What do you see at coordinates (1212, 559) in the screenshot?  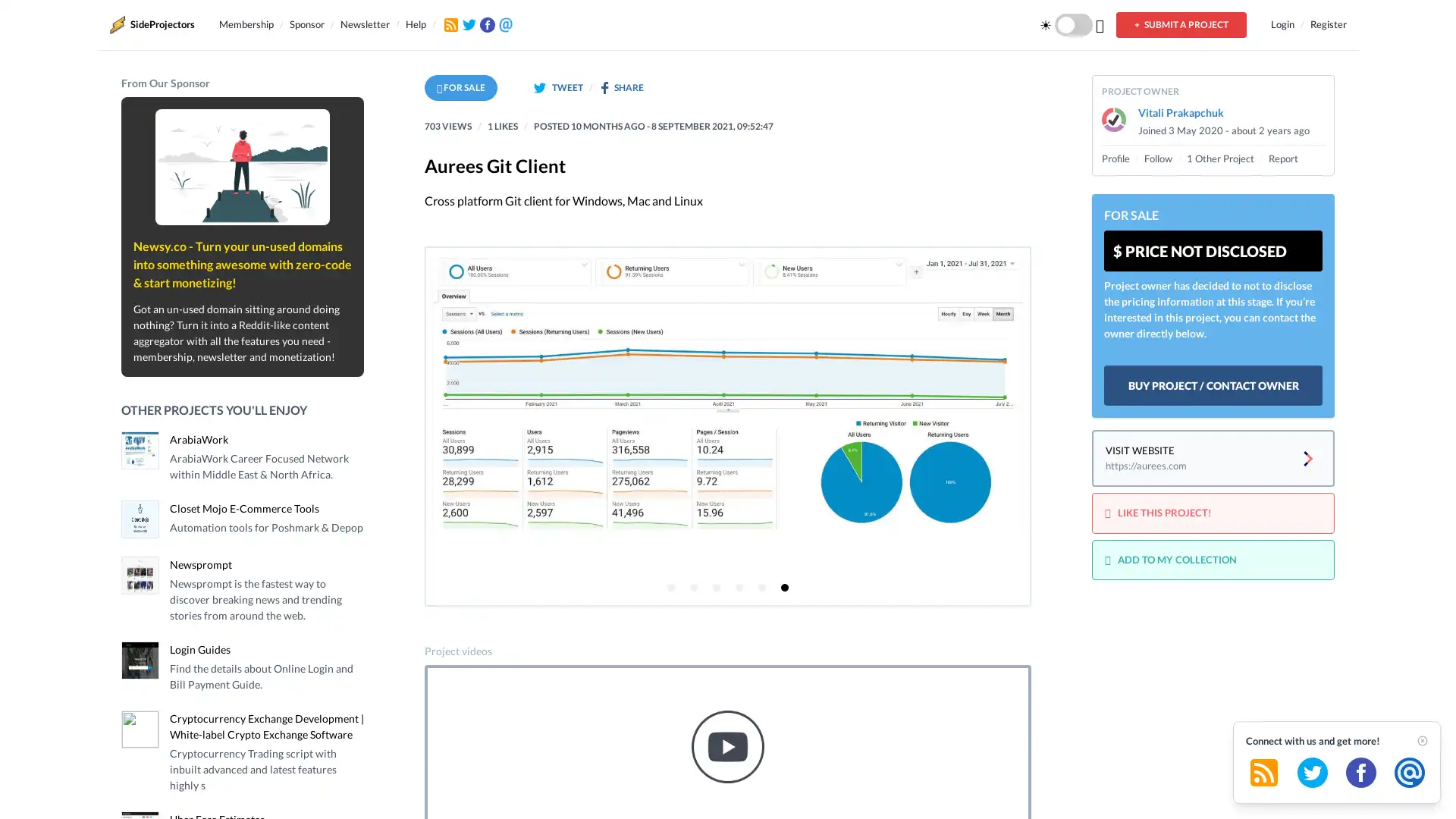 I see `ADD TO MY COLLECTION` at bounding box center [1212, 559].